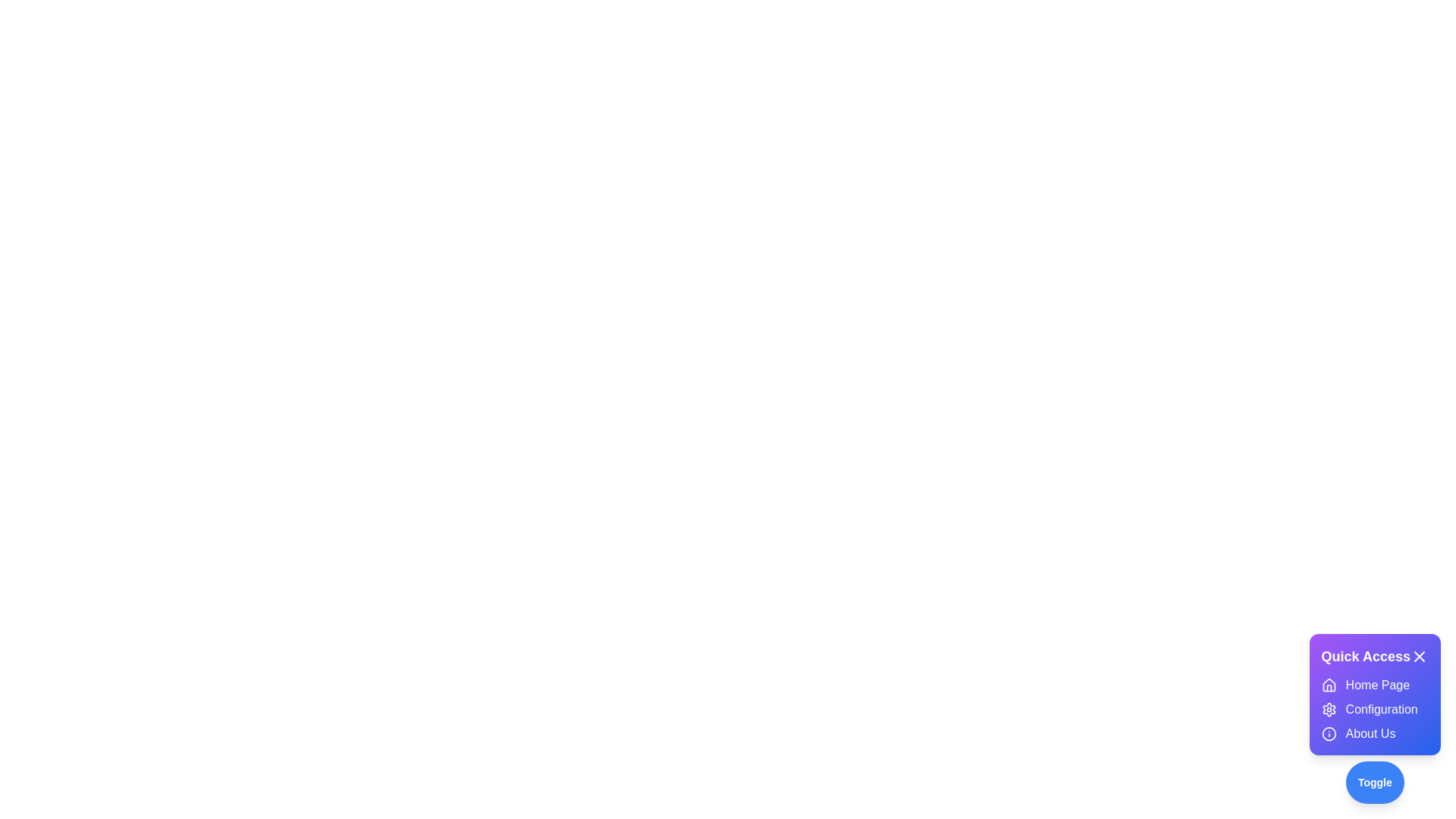  Describe the element at coordinates (1375, 656) in the screenshot. I see `text from the Header element located at the top of the menu, which includes an 'X' button for closing or minimizing the menu` at that location.